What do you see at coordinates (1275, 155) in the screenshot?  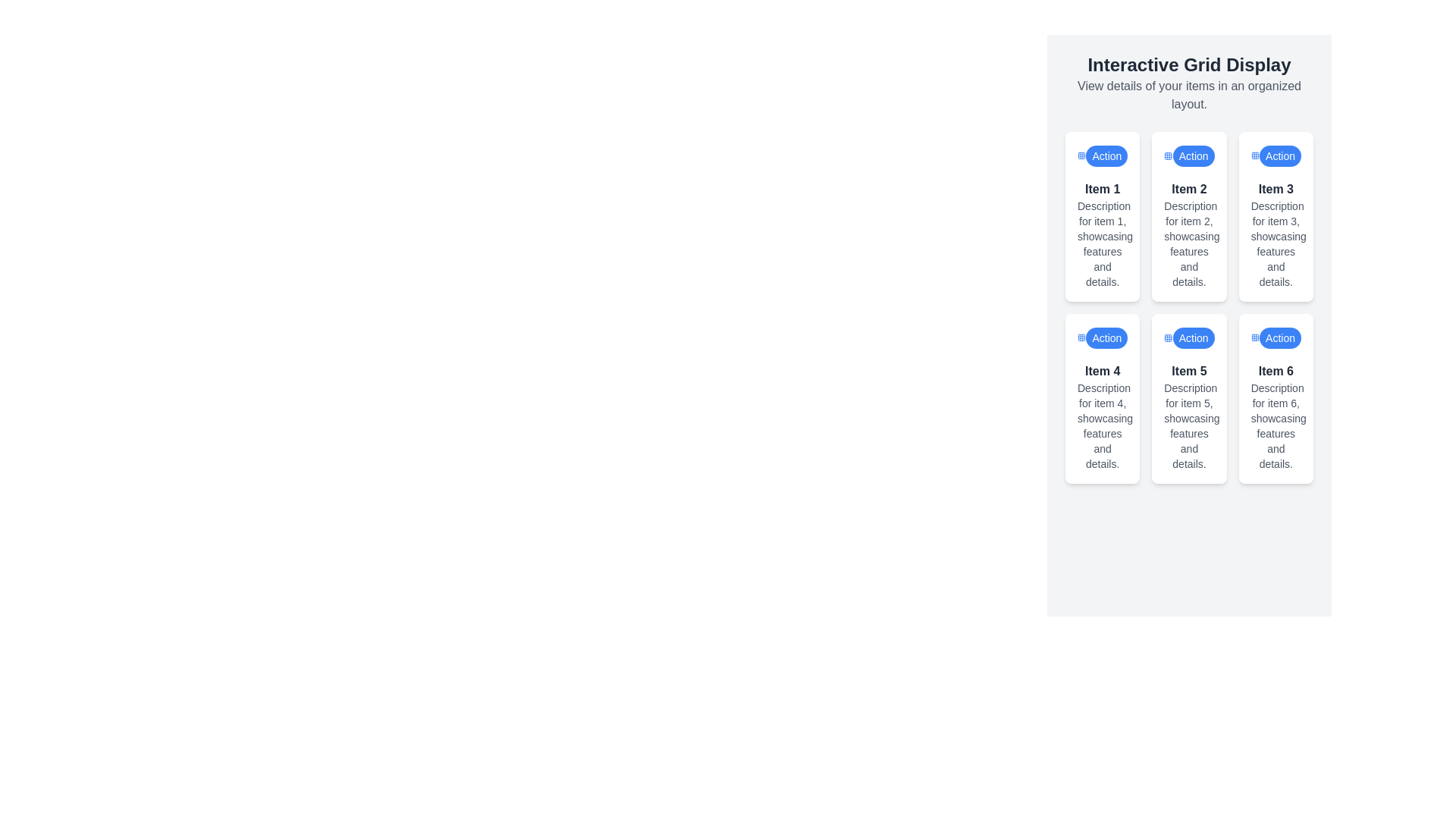 I see `the interactive button labeled 'Action' located at the top of the third card in the grid layout to change its visual style` at bounding box center [1275, 155].